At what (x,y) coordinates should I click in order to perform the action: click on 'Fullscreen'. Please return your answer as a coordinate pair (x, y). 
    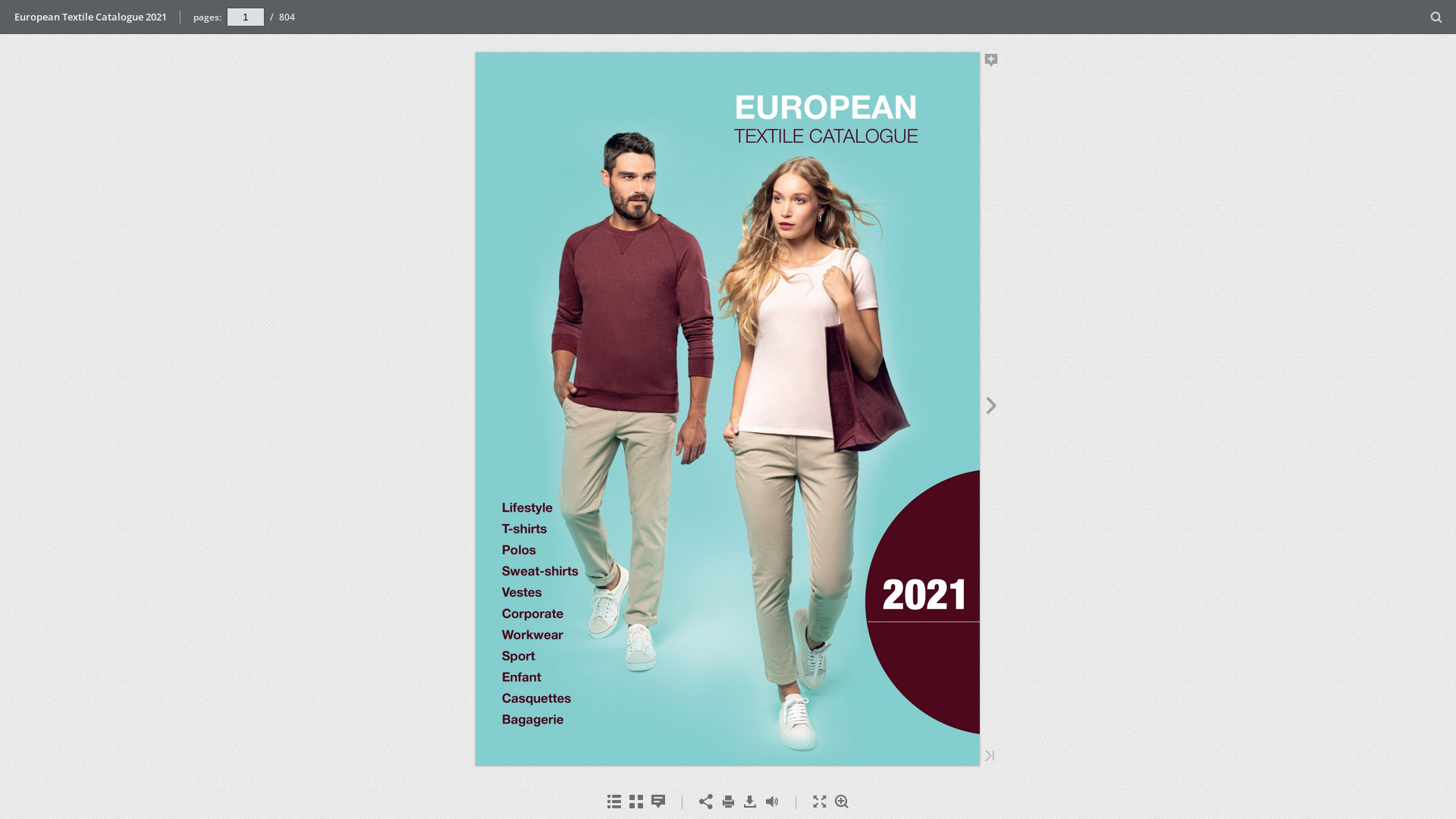
    Looking at the image, I should click on (818, 801).